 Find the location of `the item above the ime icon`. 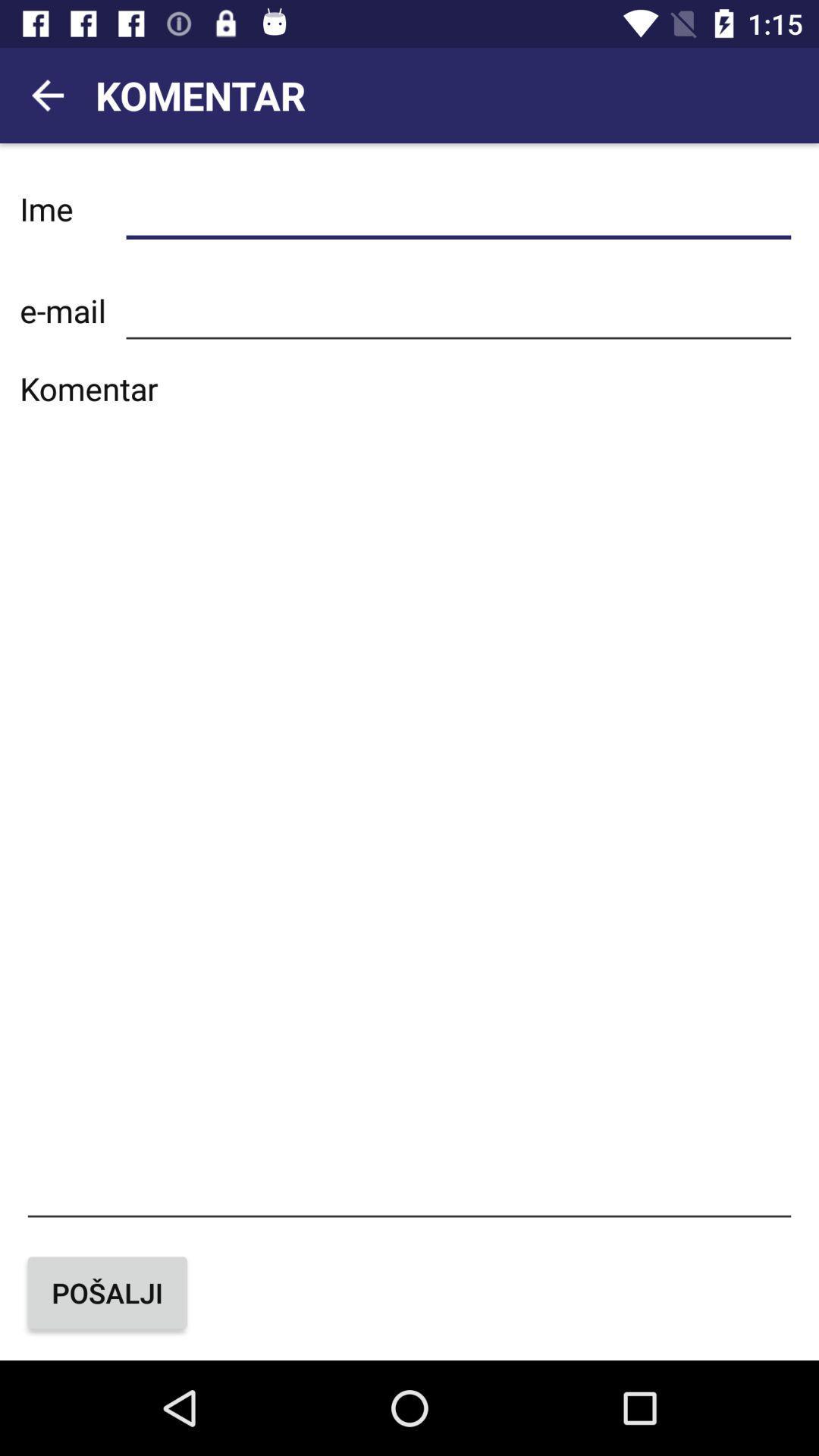

the item above the ime icon is located at coordinates (46, 94).